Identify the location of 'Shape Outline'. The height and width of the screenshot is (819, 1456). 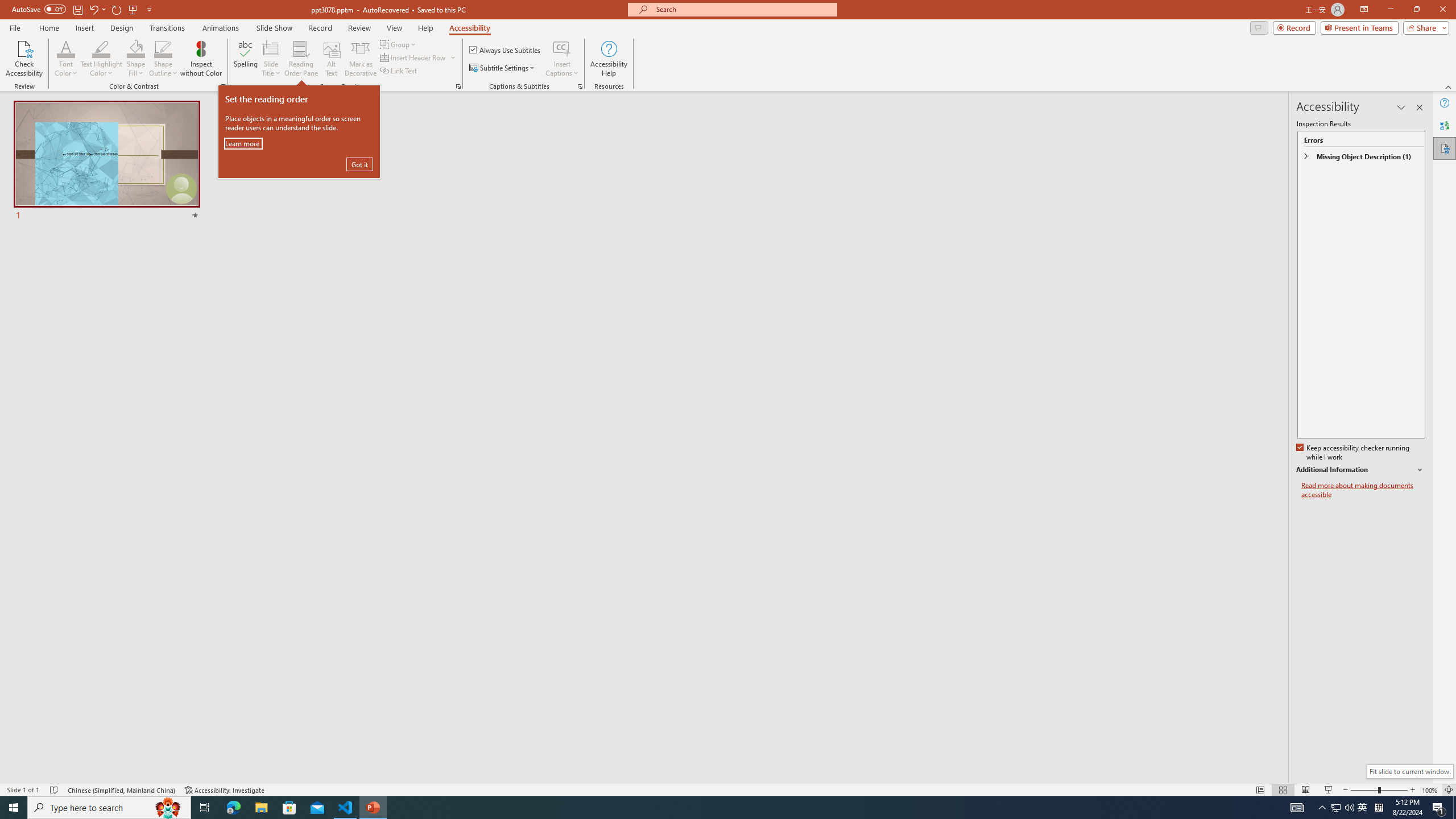
(164, 59).